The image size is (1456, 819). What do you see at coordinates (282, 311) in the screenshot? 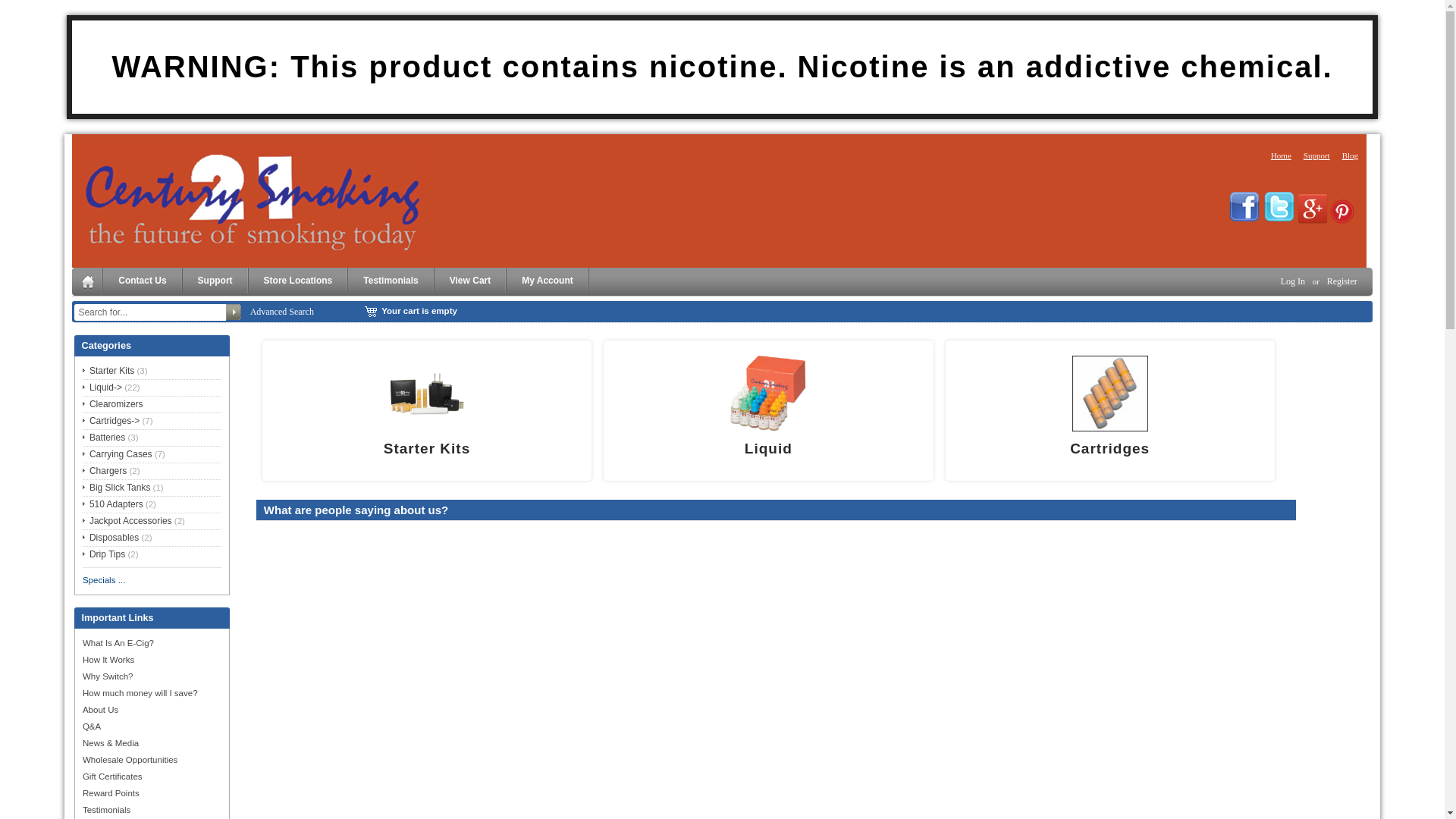
I see `'Advanced Search'` at bounding box center [282, 311].